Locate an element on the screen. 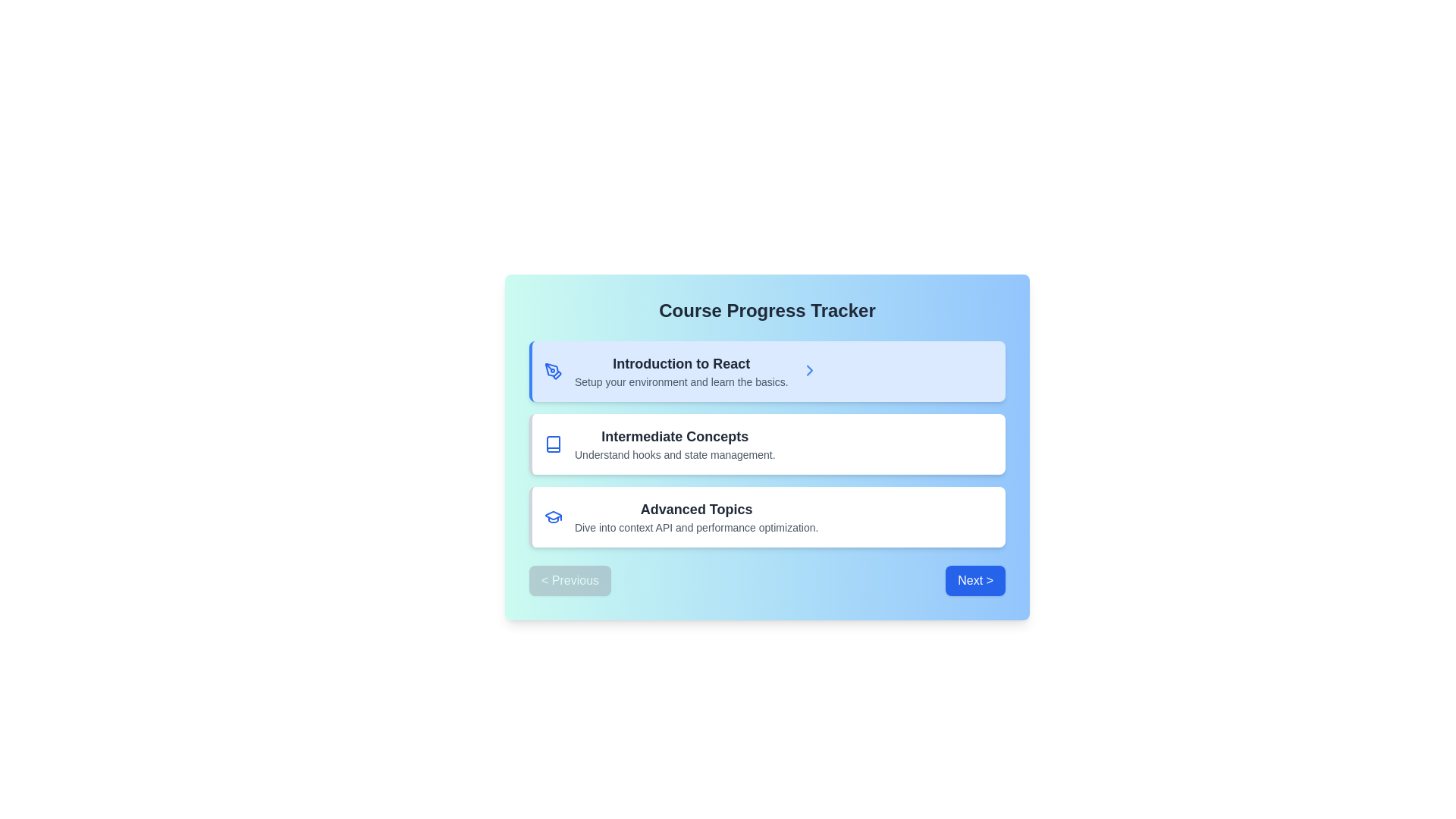 The width and height of the screenshot is (1456, 819). the second content module titled 'Intermediate Concepts' is located at coordinates (767, 444).